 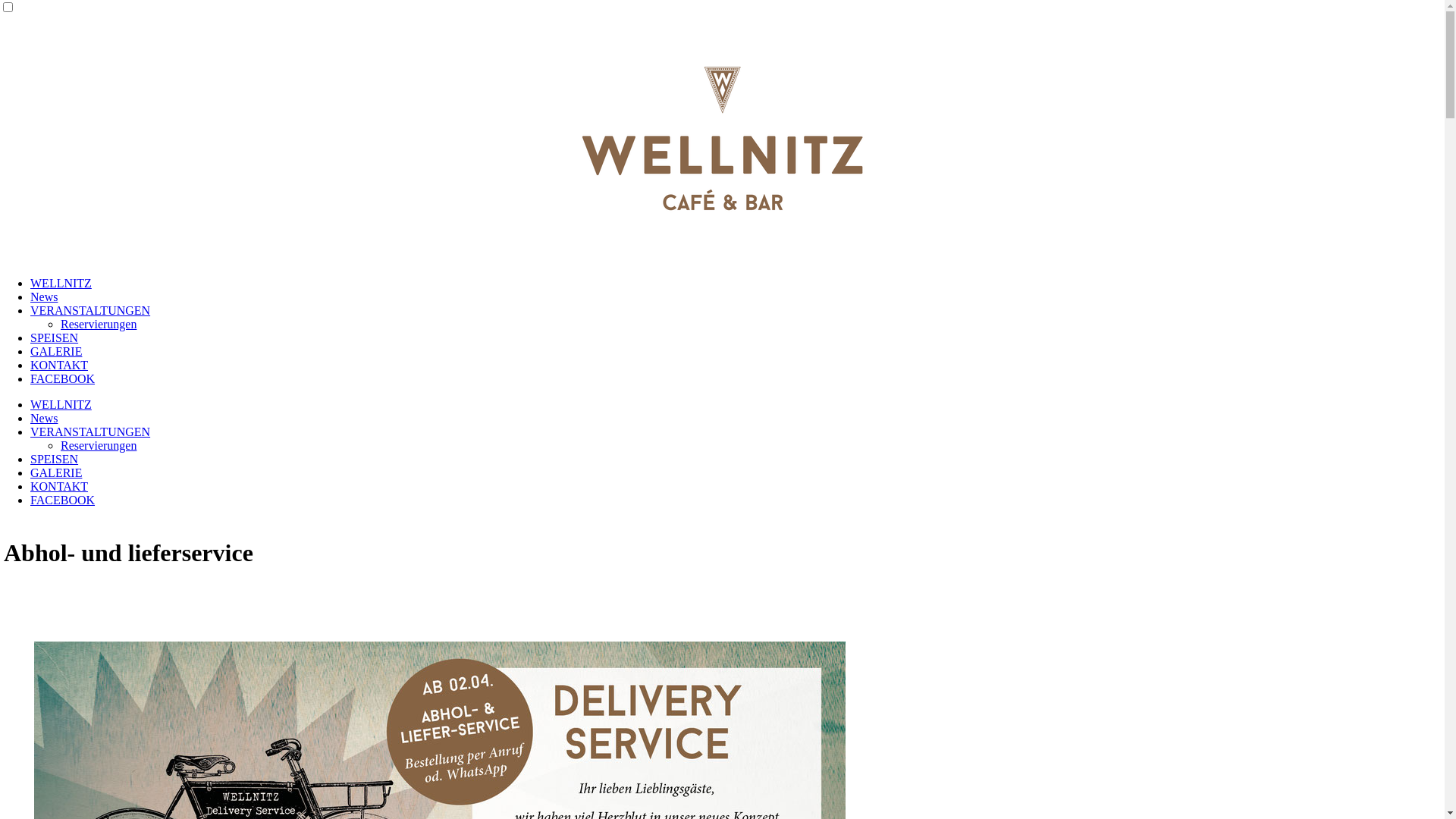 I want to click on 'KONTAKT', so click(x=58, y=486).